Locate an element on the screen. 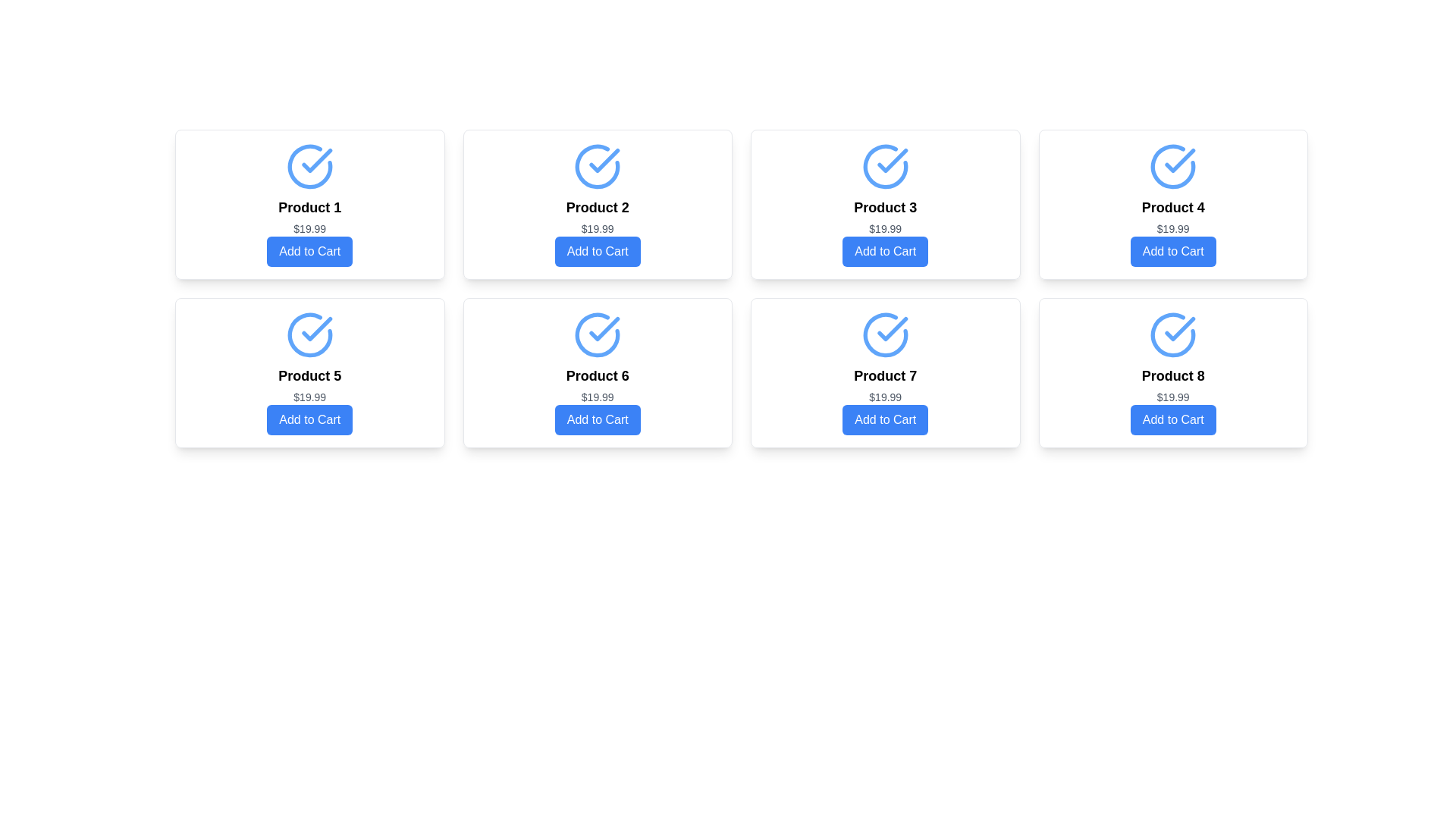 This screenshot has width=1456, height=819. the blue circular checkmark icon located within the 'Product 5' card in the second row, first column of the product grid is located at coordinates (309, 334).